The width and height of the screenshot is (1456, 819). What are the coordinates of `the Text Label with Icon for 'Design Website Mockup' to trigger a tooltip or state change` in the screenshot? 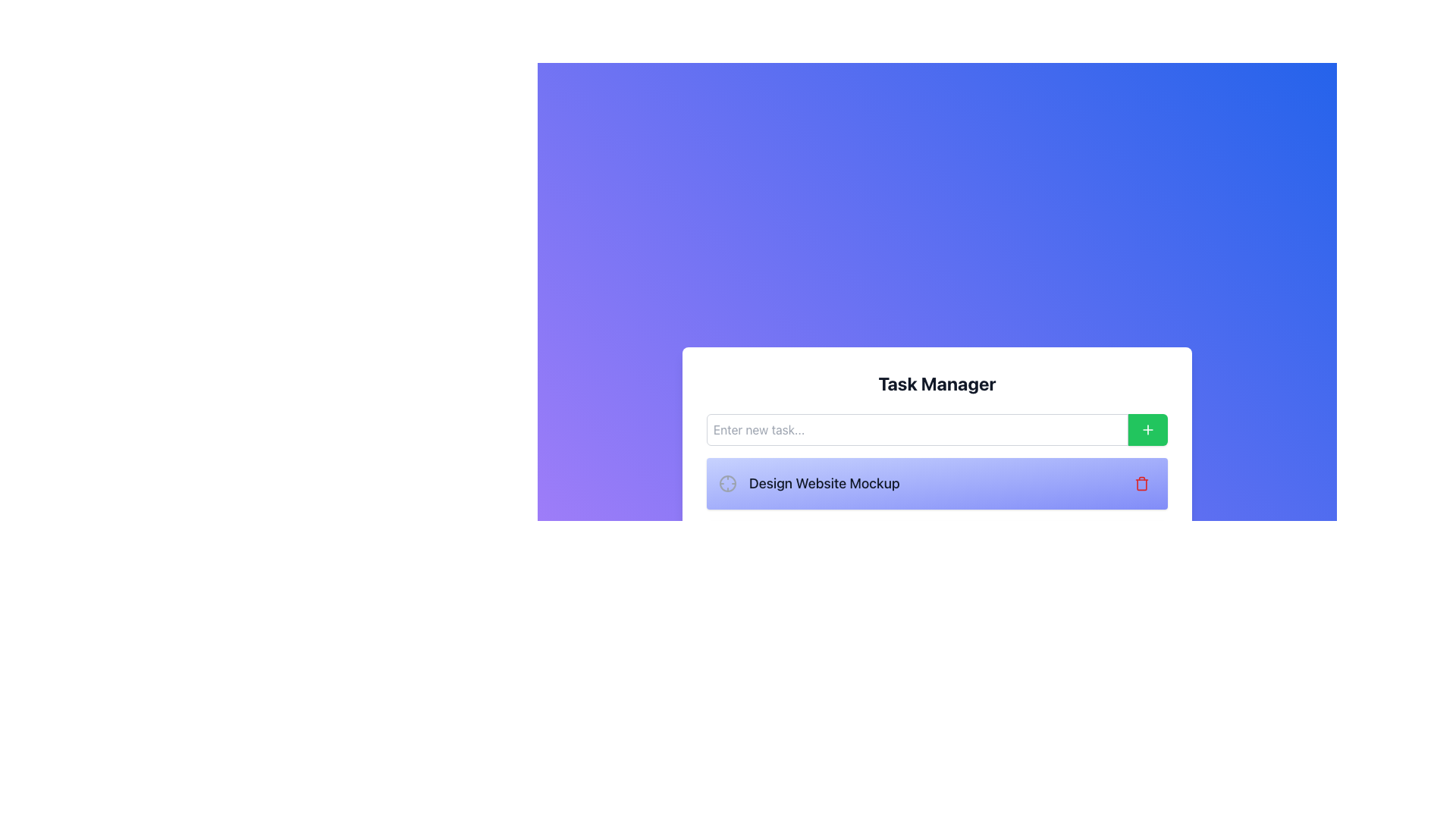 It's located at (808, 483).